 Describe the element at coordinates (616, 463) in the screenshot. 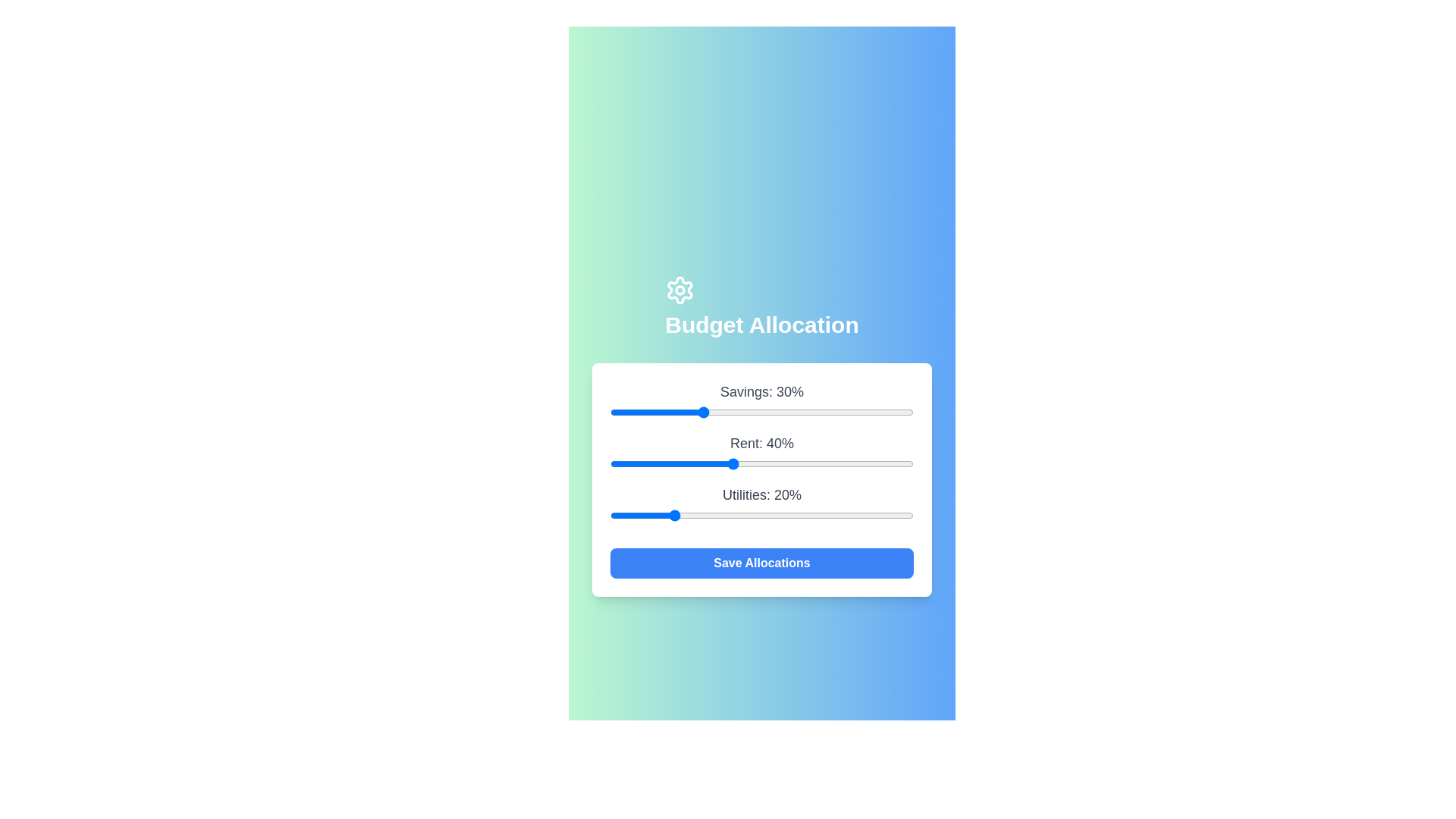

I see `the 'Rent' slider to 2%` at that location.